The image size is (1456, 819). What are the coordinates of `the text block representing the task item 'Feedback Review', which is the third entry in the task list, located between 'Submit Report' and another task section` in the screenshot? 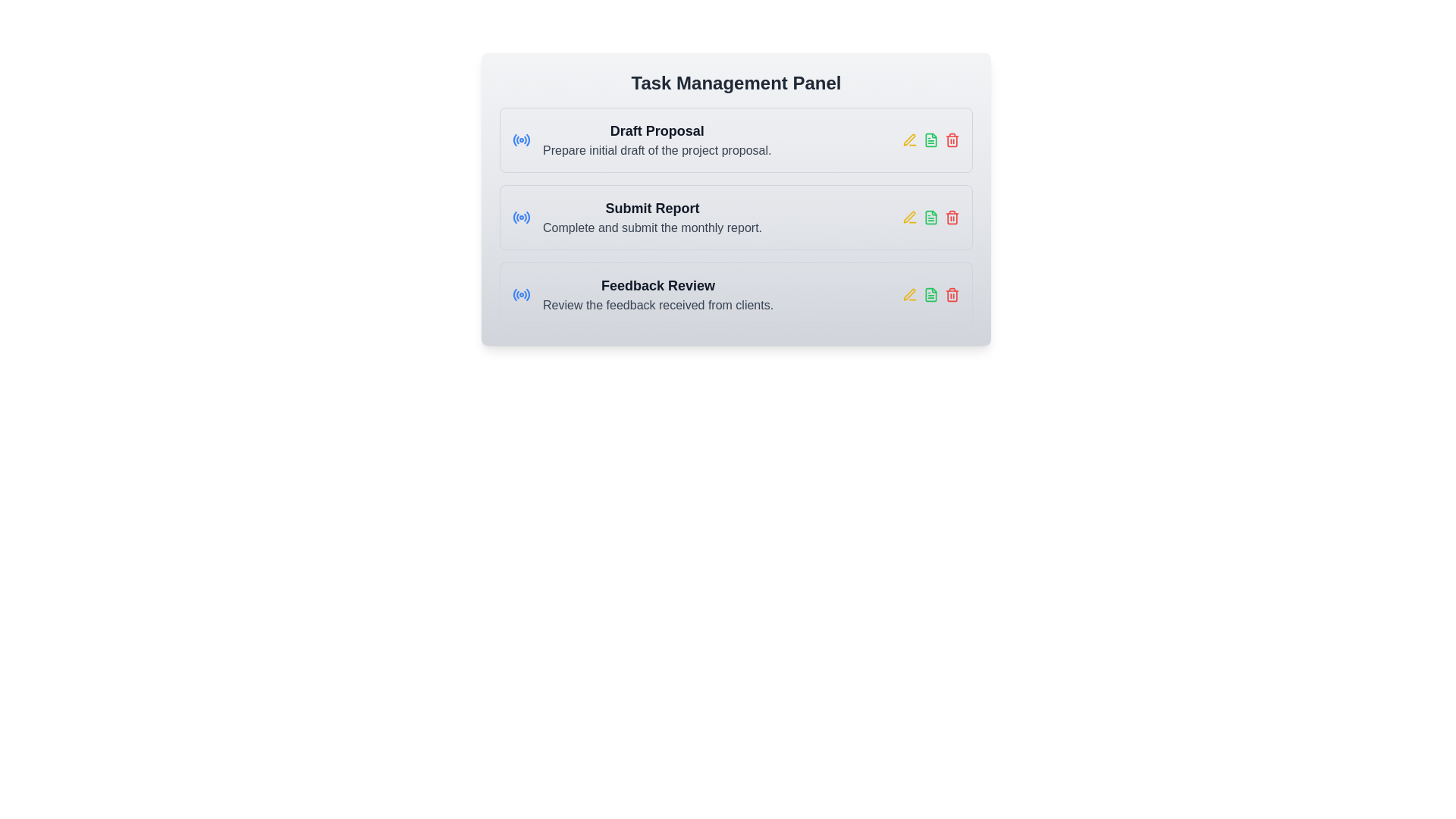 It's located at (643, 295).